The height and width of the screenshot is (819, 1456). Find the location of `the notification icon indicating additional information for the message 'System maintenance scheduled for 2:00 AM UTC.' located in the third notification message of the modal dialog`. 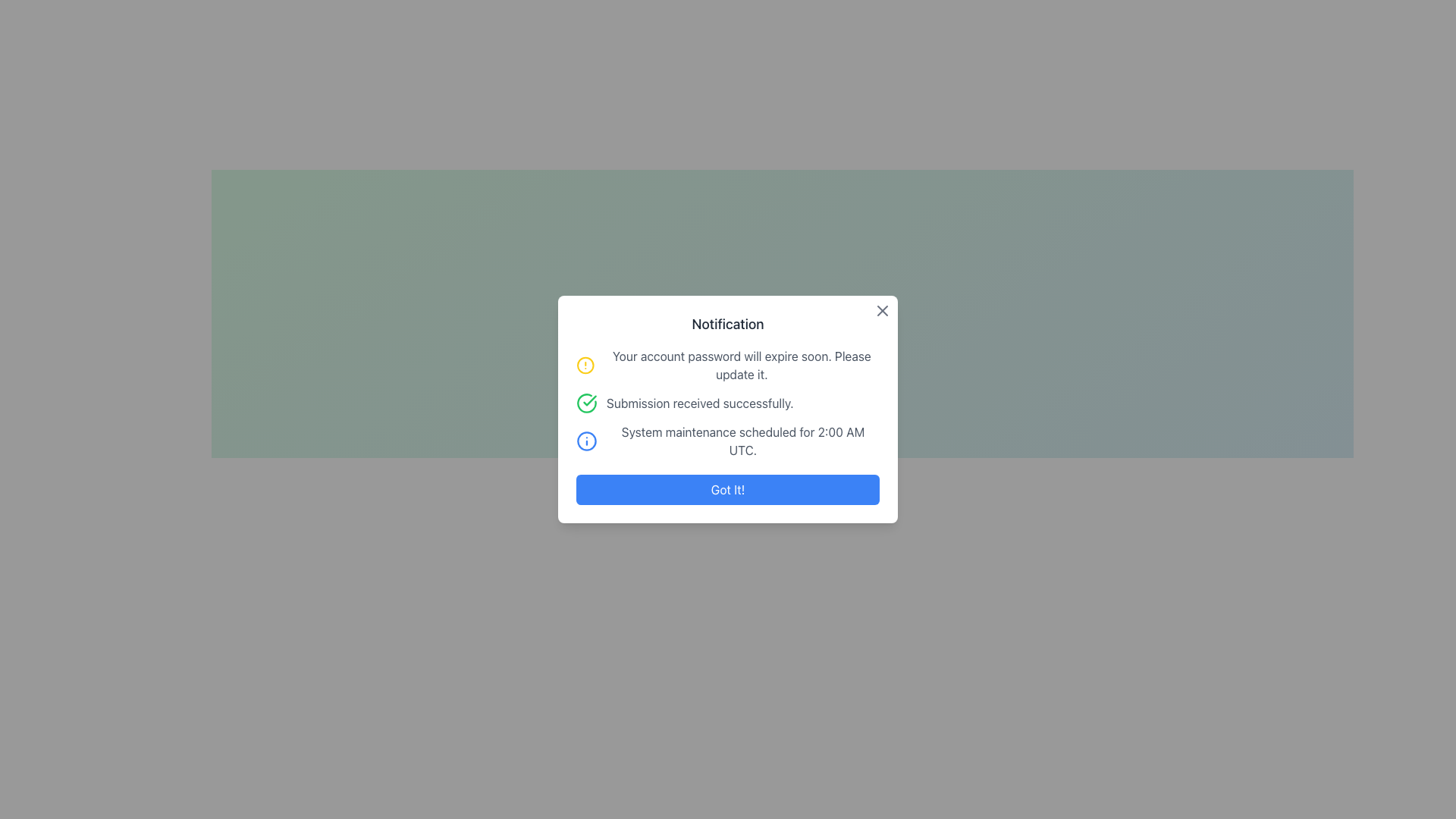

the notification icon indicating additional information for the message 'System maintenance scheduled for 2:00 AM UTC.' located in the third notification message of the modal dialog is located at coordinates (585, 441).